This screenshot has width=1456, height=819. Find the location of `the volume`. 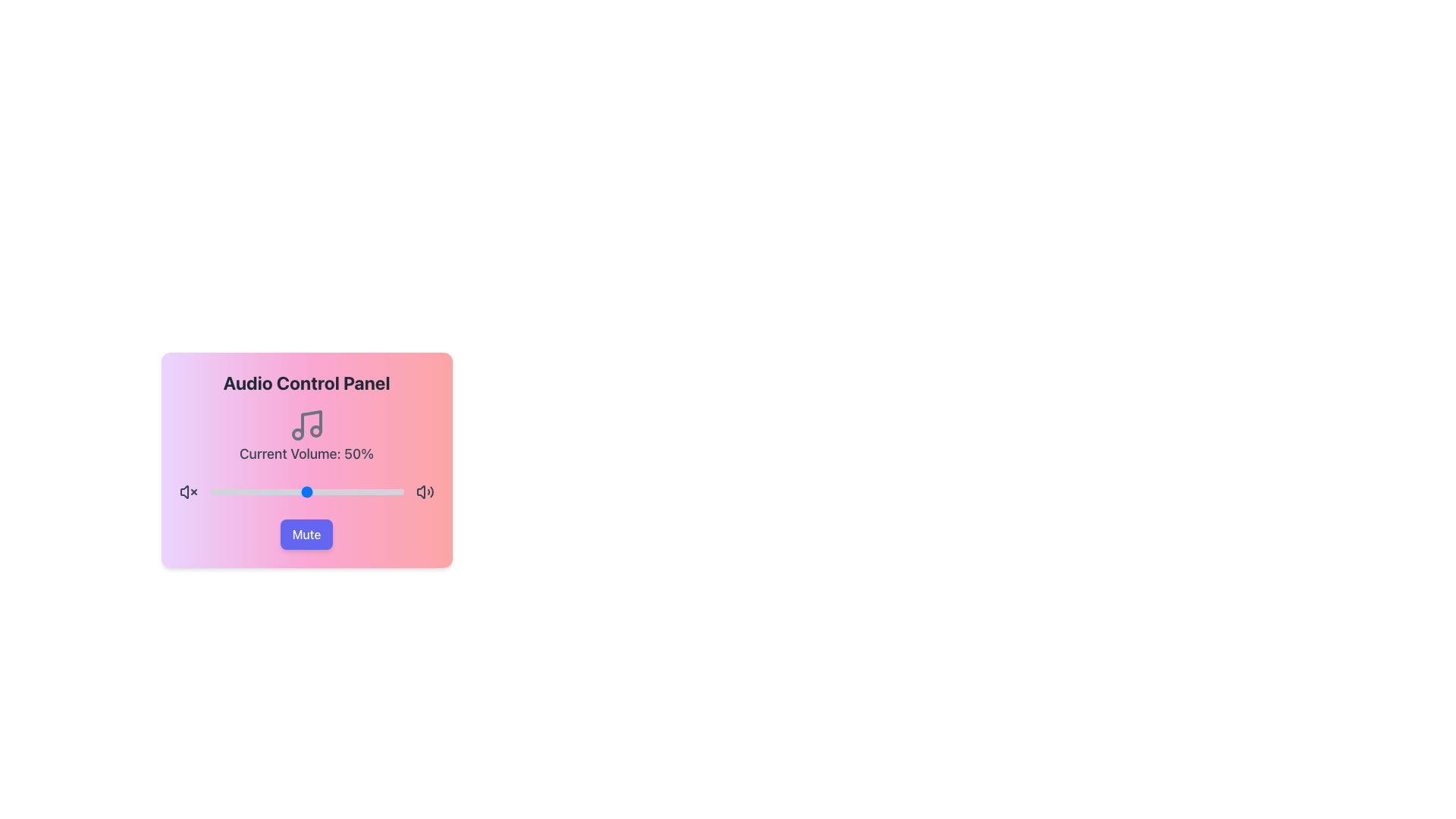

the volume is located at coordinates (315, 491).